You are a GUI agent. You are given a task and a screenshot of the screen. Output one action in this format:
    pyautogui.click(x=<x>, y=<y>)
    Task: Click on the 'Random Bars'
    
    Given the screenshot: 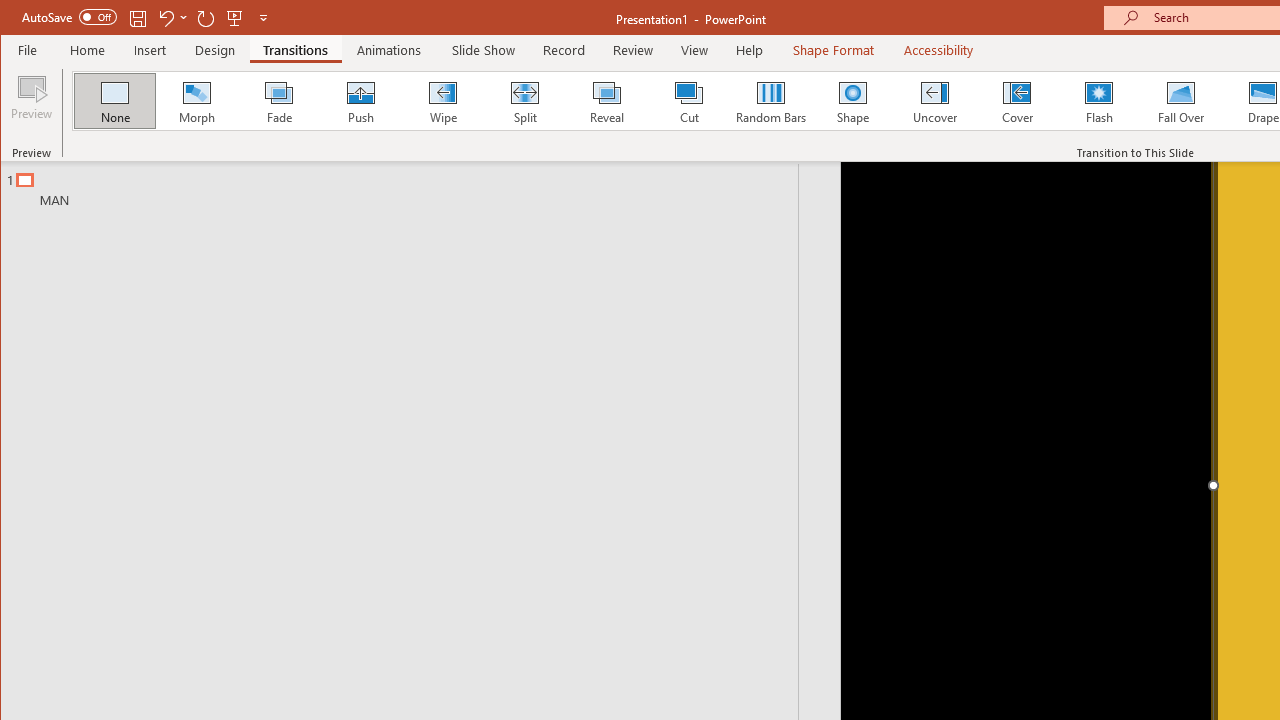 What is the action you would take?
    pyautogui.click(x=769, y=100)
    